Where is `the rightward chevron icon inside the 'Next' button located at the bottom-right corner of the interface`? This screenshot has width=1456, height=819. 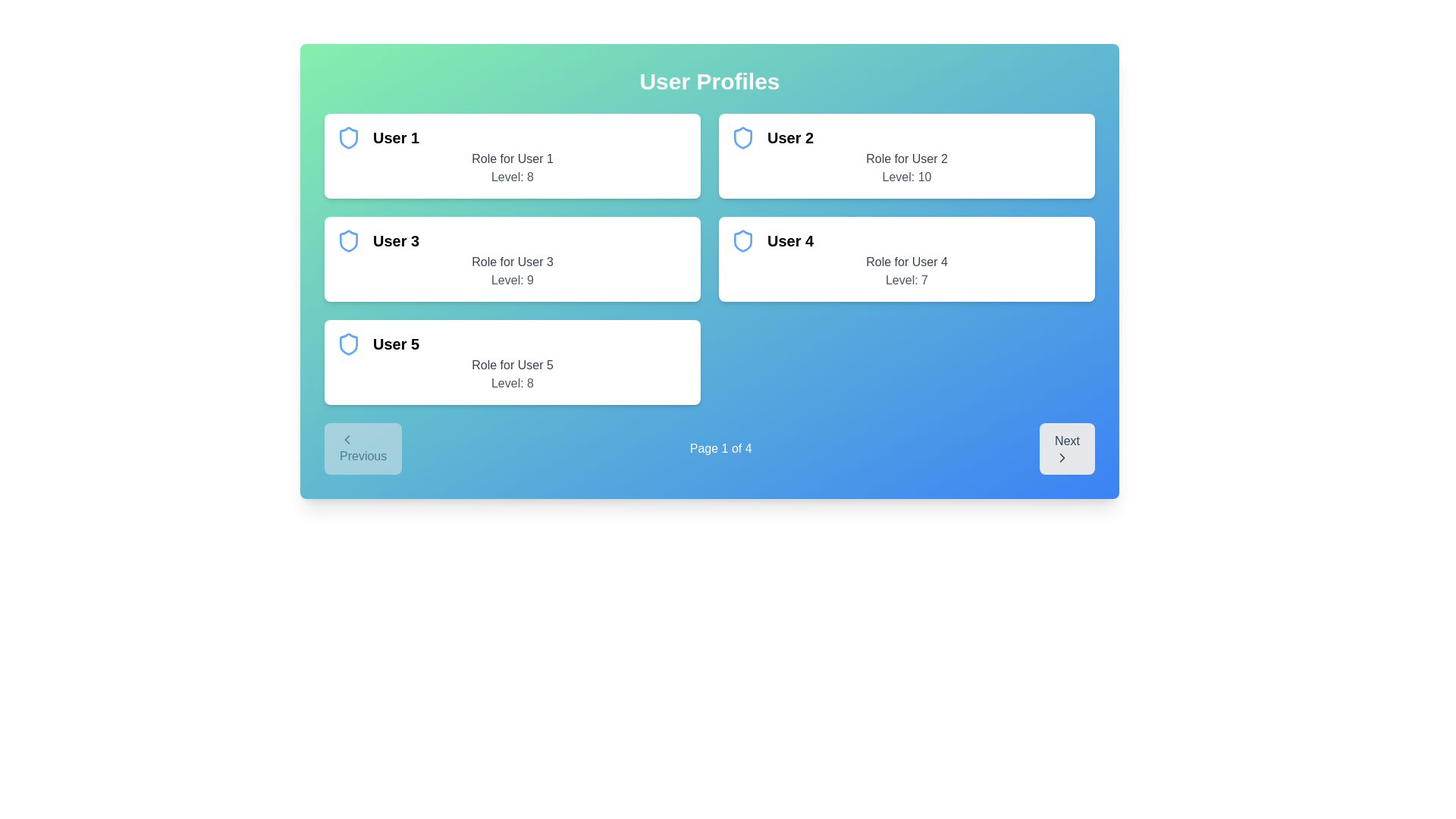
the rightward chevron icon inside the 'Next' button located at the bottom-right corner of the interface is located at coordinates (1062, 457).